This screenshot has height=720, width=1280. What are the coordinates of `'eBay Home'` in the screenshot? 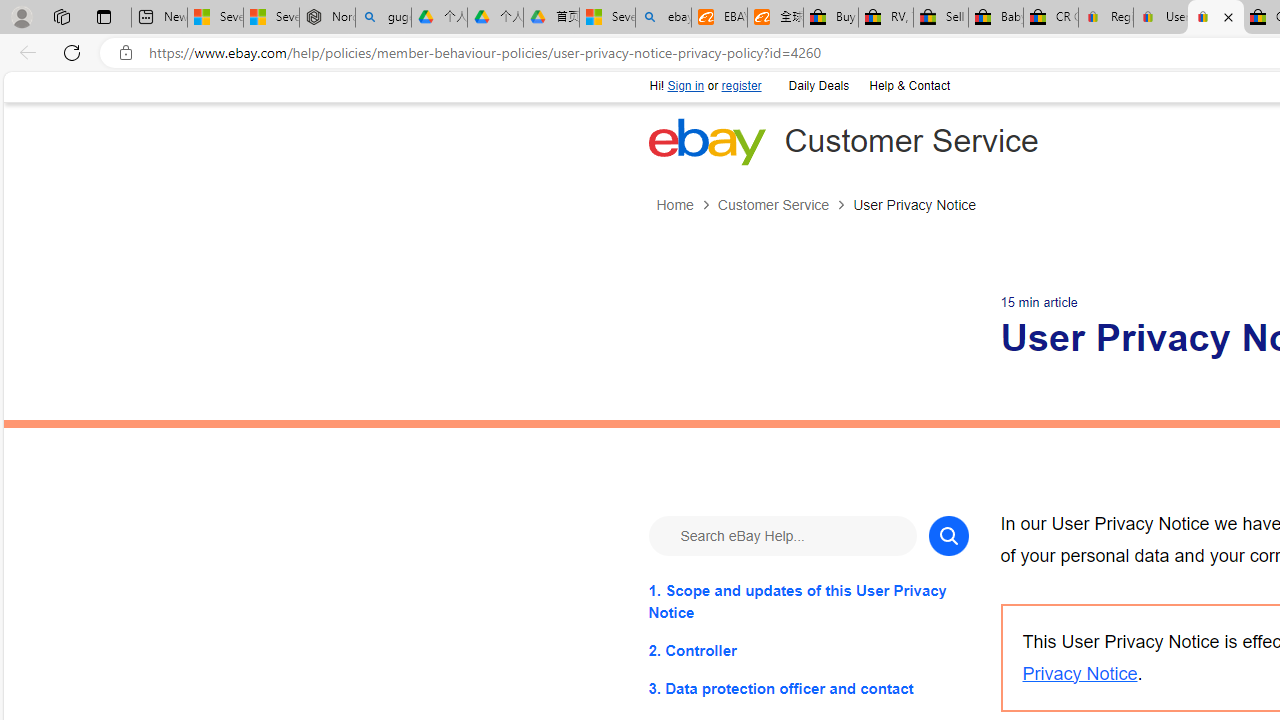 It's located at (706, 140).